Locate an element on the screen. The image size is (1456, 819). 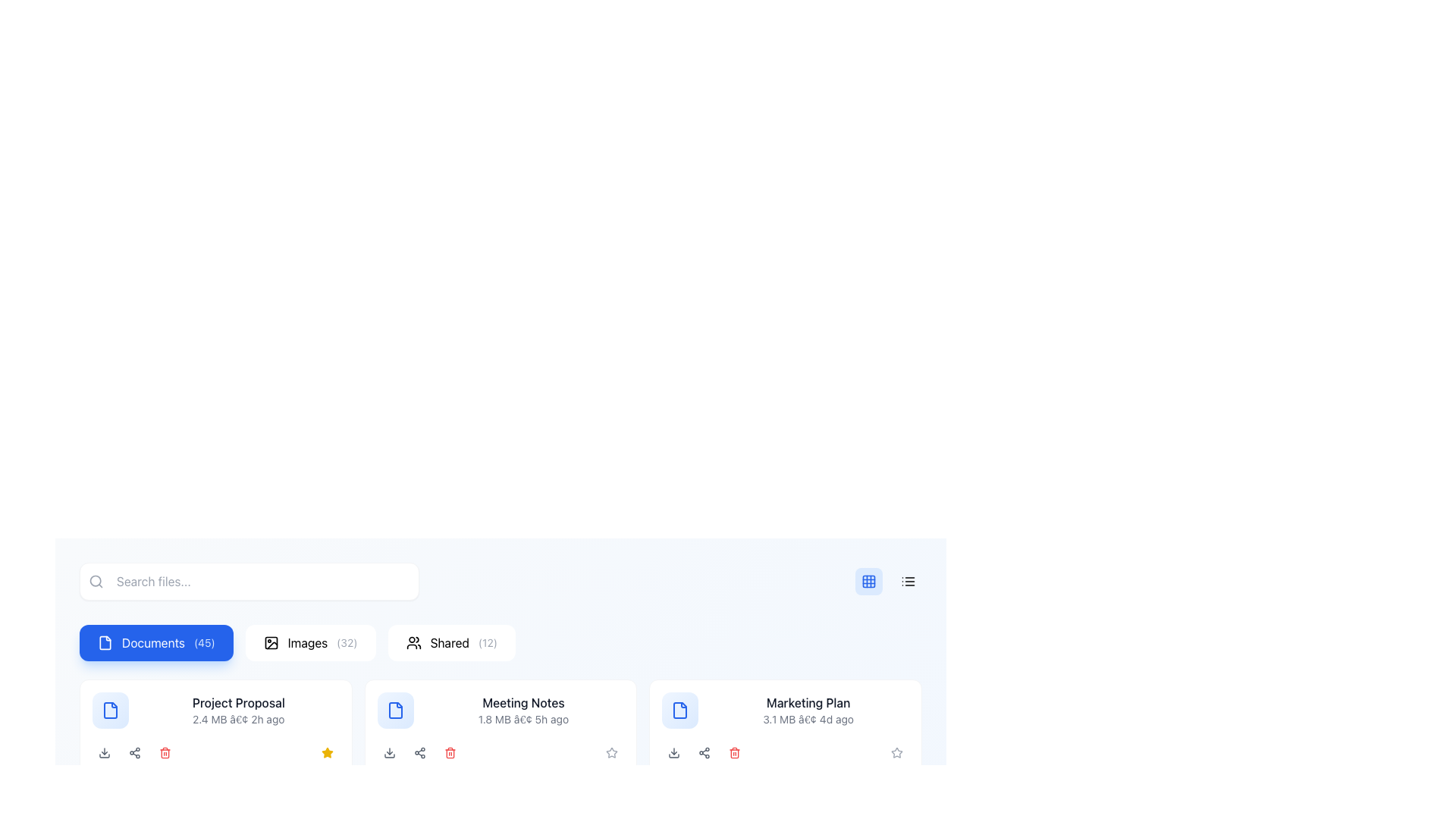
the yellow star-shaped icon button located in the 'Documents' section below the title 'Project Proposal' is located at coordinates (326, 752).